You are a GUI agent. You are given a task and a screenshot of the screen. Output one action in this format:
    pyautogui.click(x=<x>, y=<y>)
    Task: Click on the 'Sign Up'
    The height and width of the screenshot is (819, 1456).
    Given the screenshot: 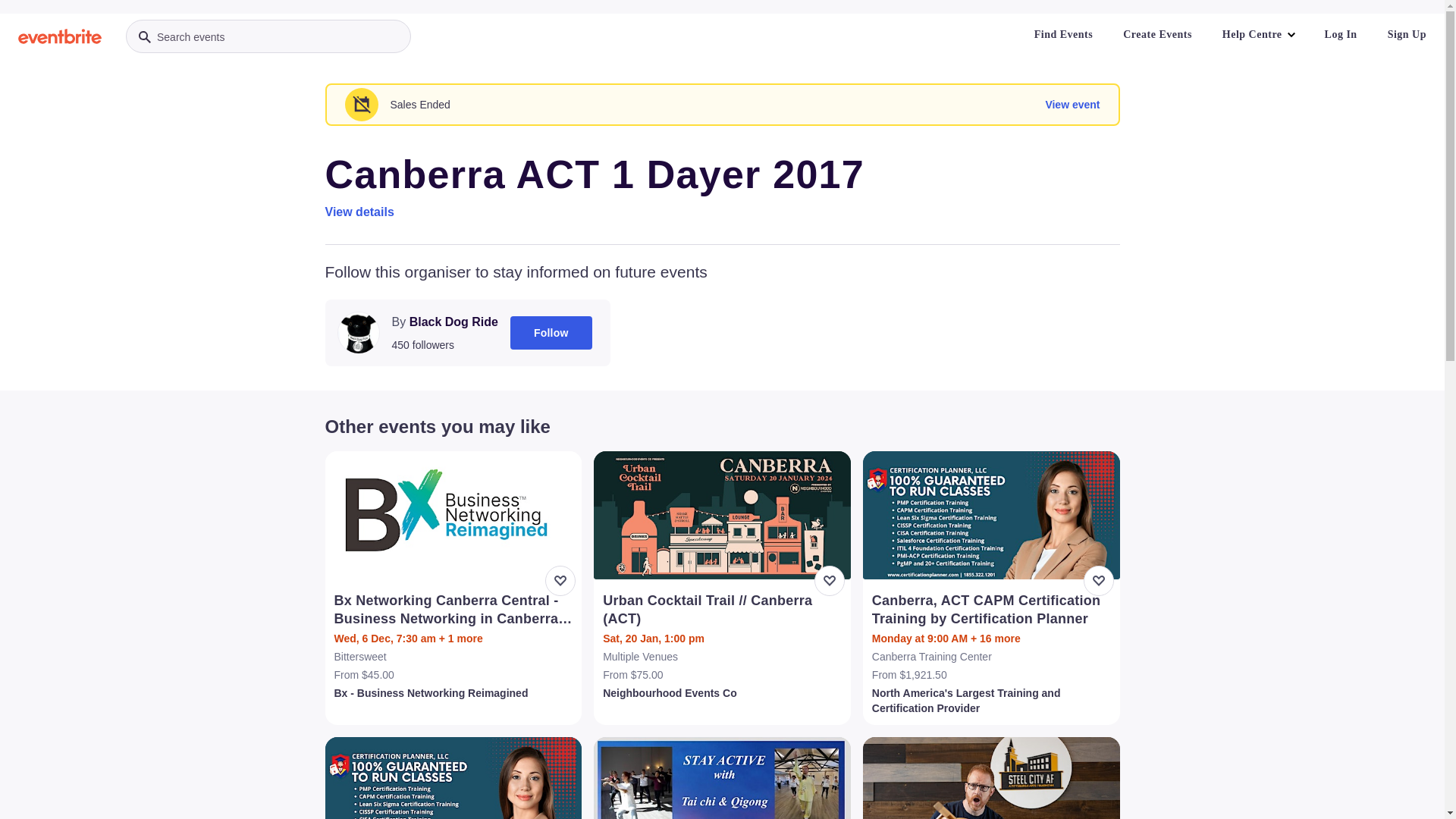 What is the action you would take?
    pyautogui.click(x=1406, y=34)
    